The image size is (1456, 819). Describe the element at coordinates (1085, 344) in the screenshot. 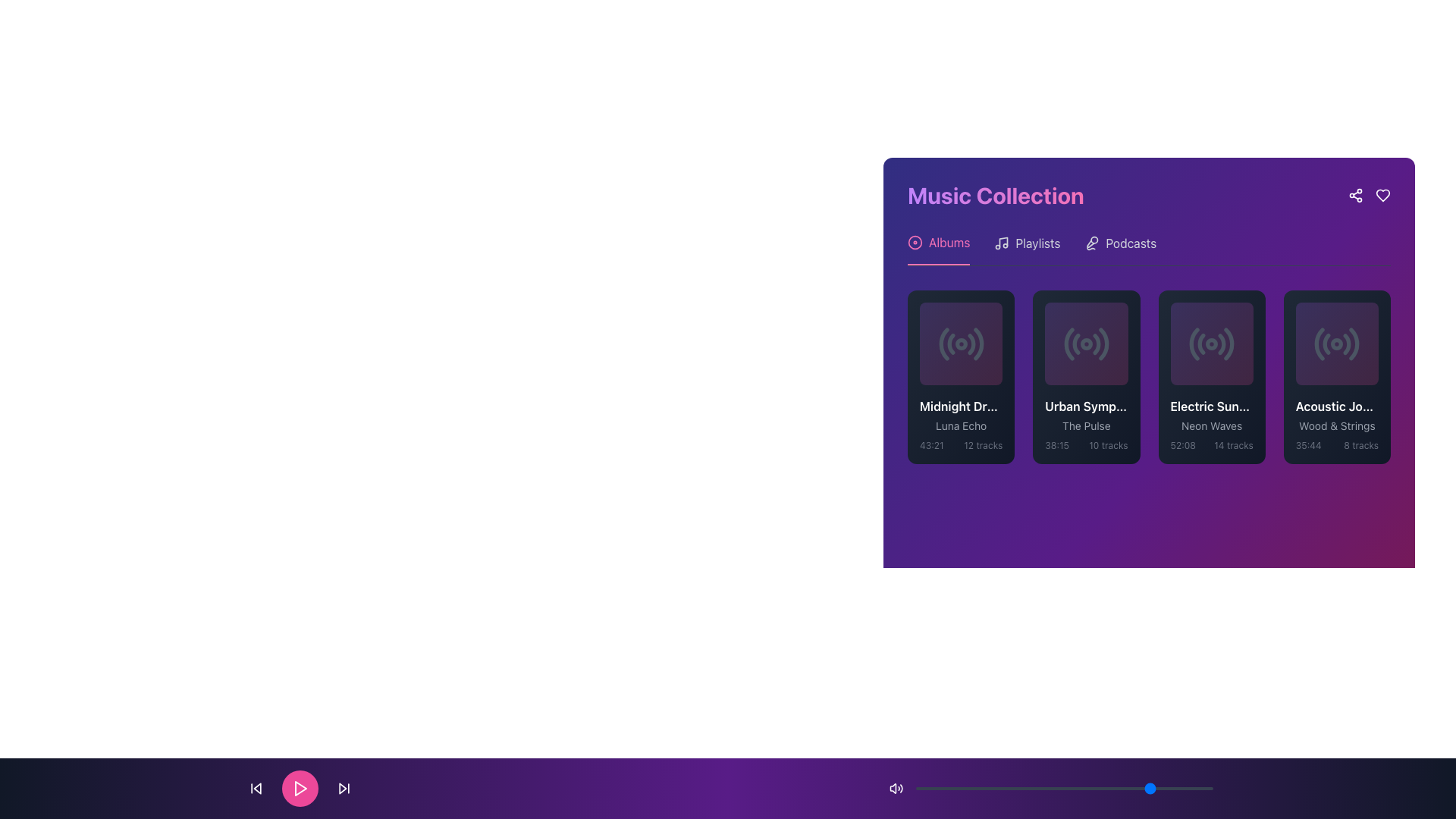

I see `the music playlist or album icon representing 'Urban Symphony' located in the second column of the grid layout in the music collection section` at that location.